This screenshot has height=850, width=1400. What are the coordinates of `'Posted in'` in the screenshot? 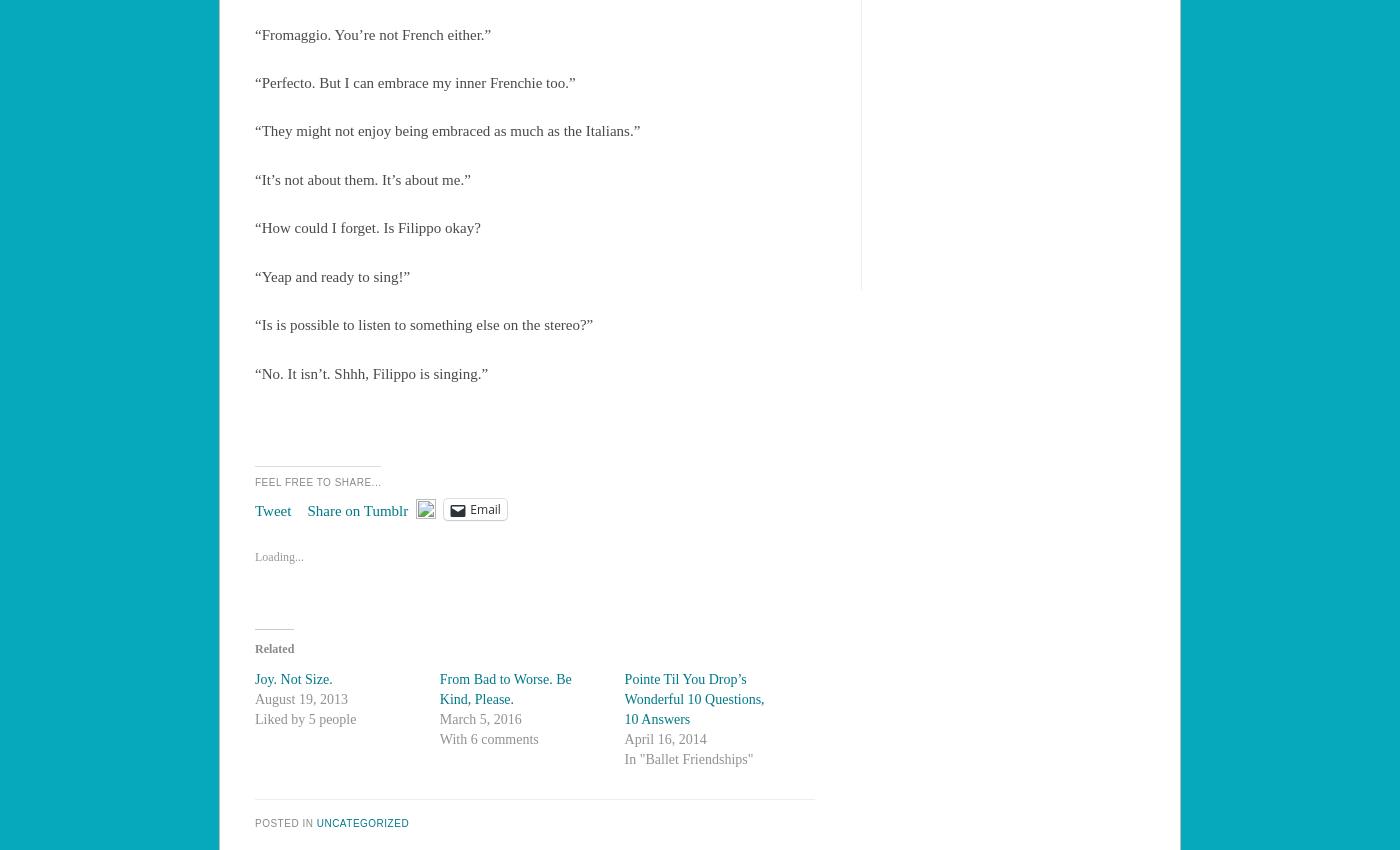 It's located at (285, 822).